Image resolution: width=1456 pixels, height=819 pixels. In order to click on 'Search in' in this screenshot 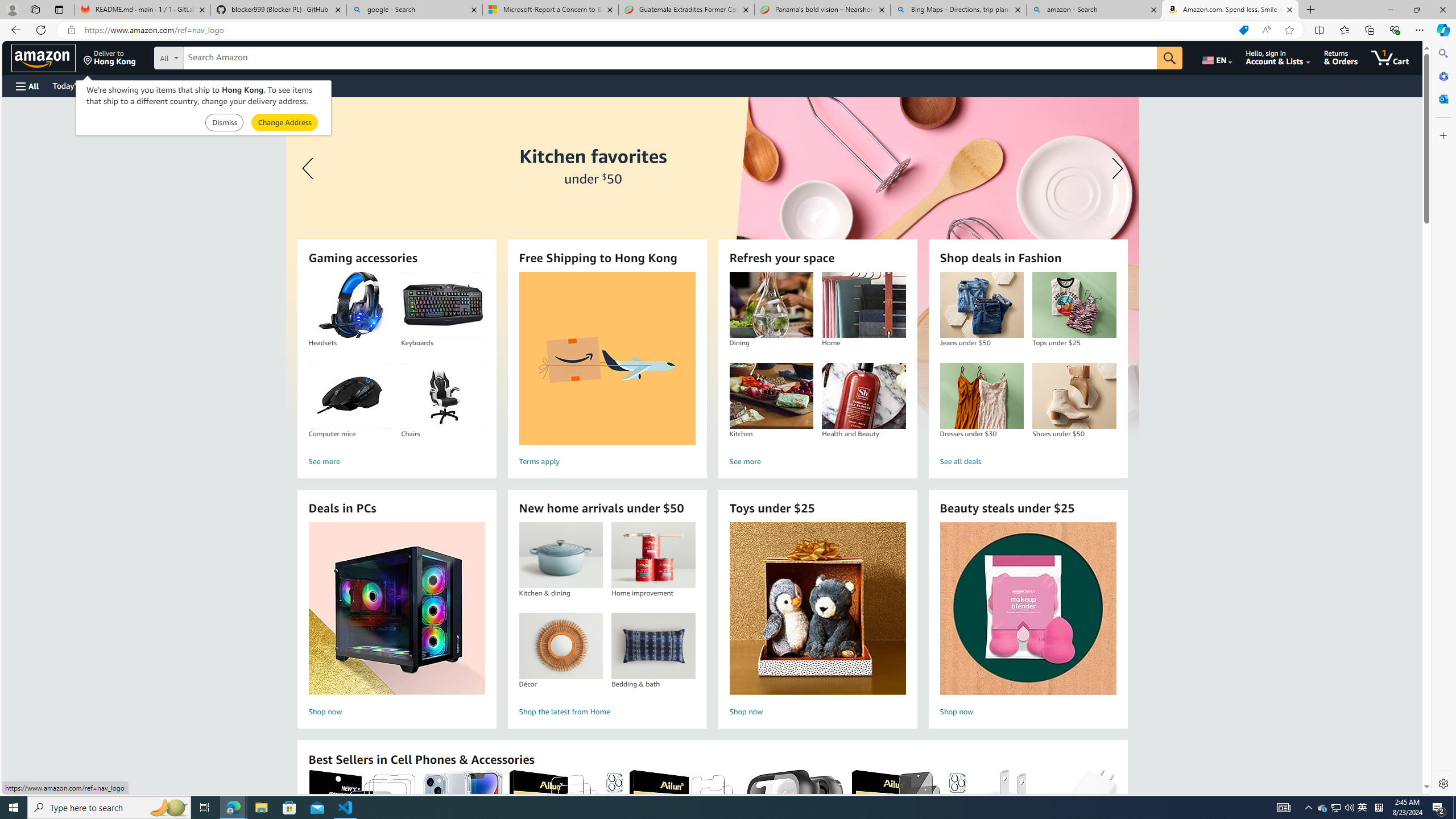, I will do `click(210, 56)`.